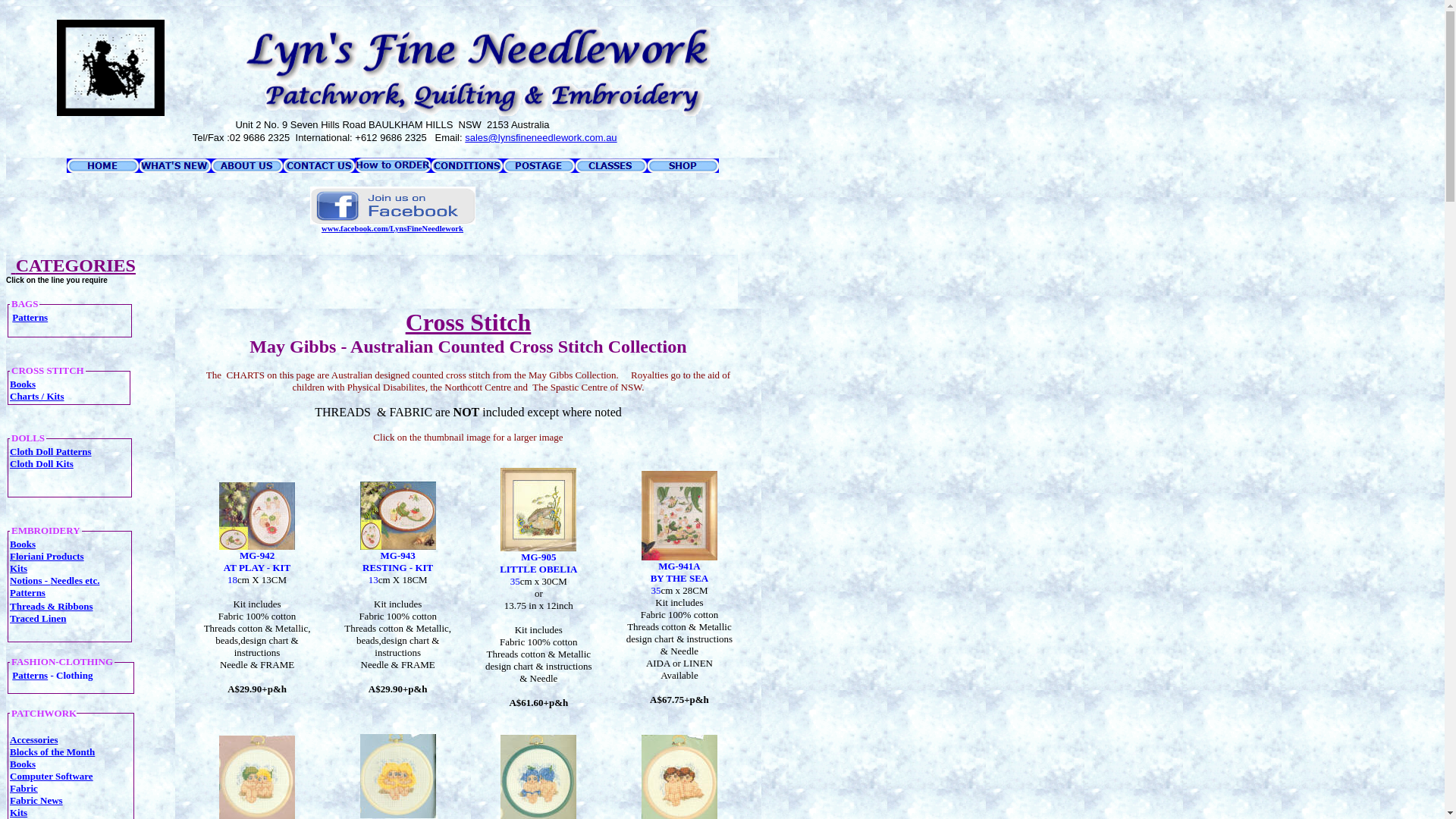 This screenshot has height=819, width=1456. I want to click on 'Needles etc.', so click(74, 580).